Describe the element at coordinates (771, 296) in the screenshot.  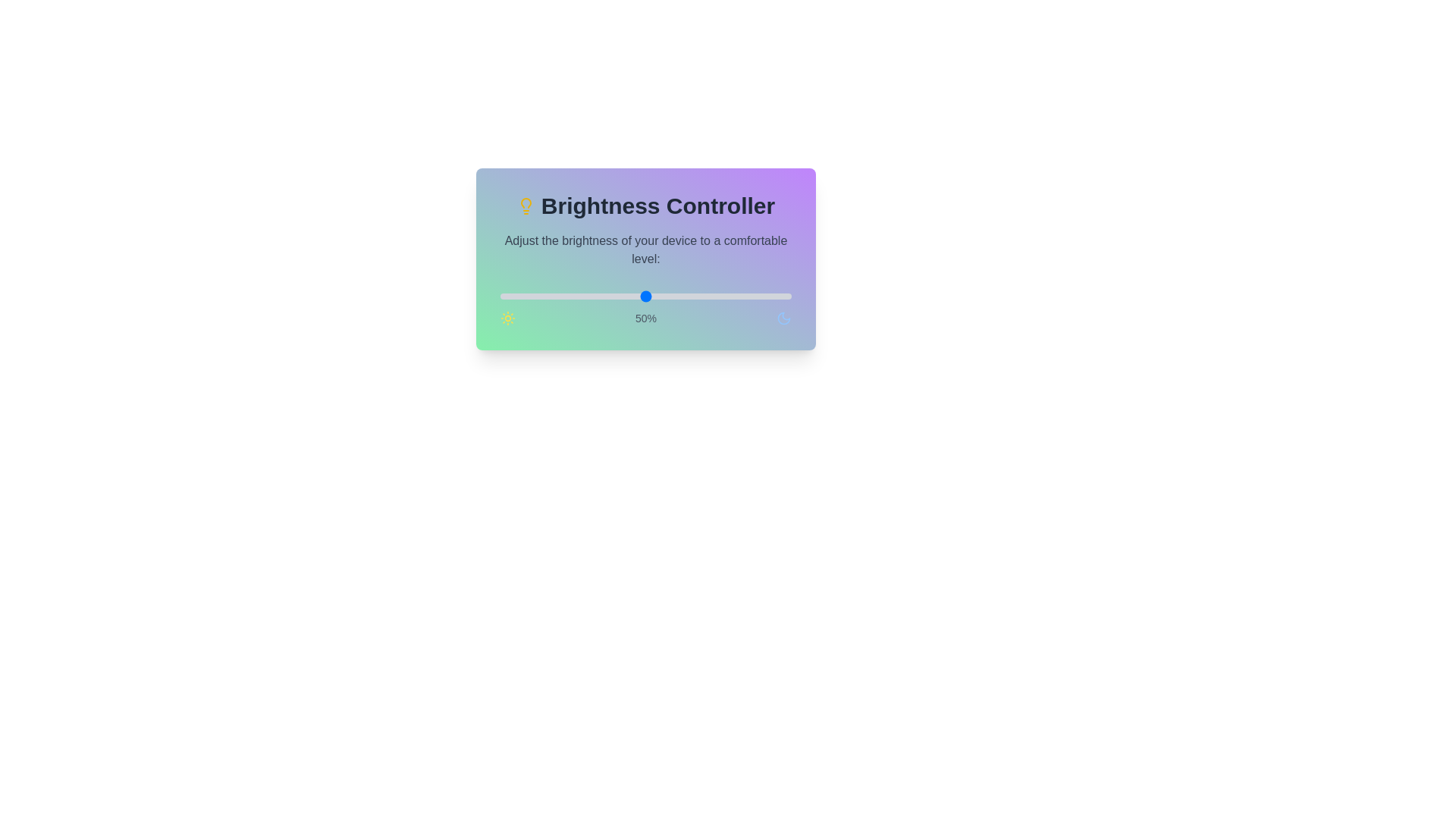
I see `the brightness to 93% by moving the slider` at that location.